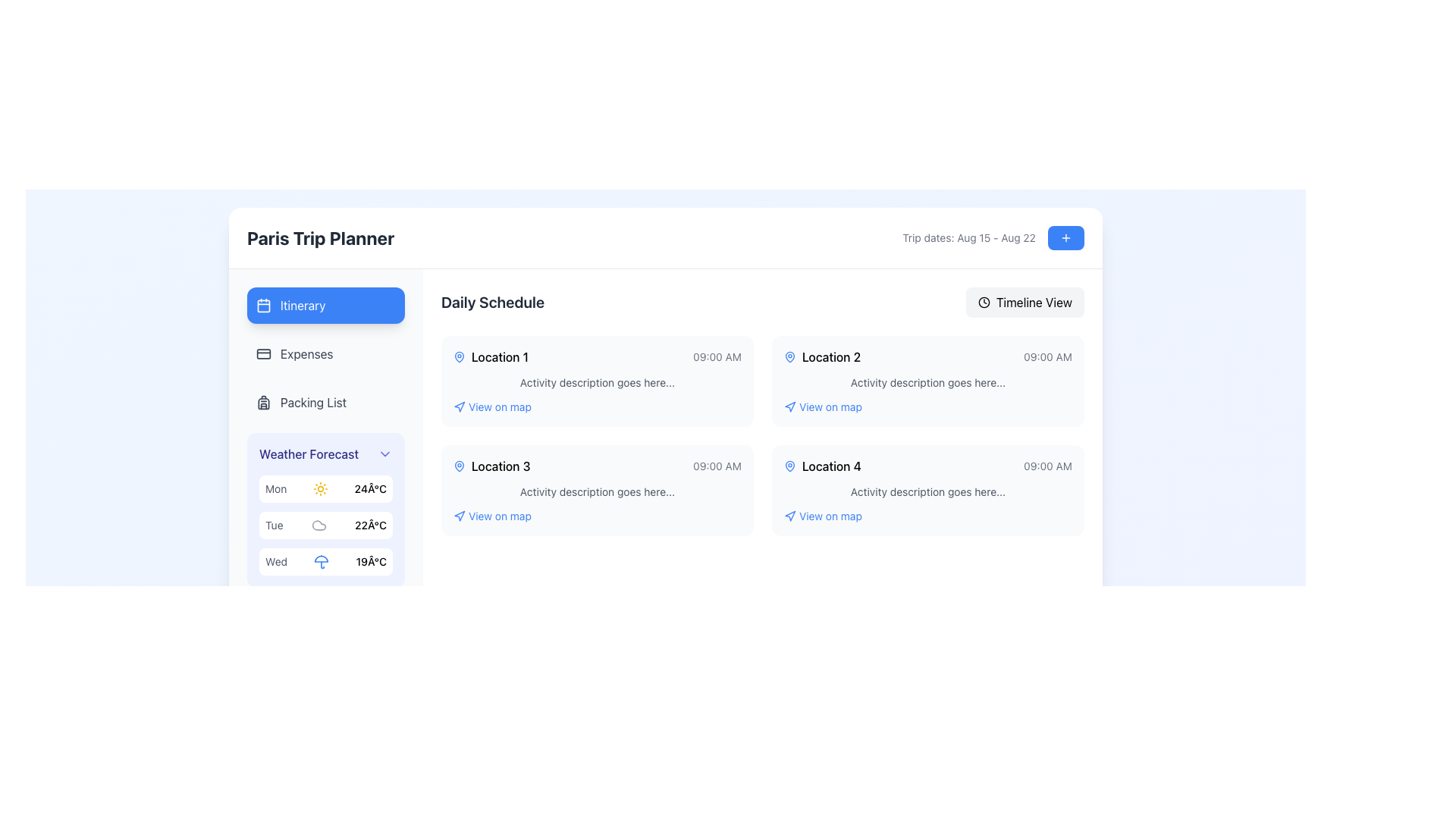  What do you see at coordinates (325, 402) in the screenshot?
I see `the 'Packing List' button, which is located in the left sidebar beneath 'Expenses' and above 'Weather Forecast'. It features a backpack icon on the left and gray text` at bounding box center [325, 402].